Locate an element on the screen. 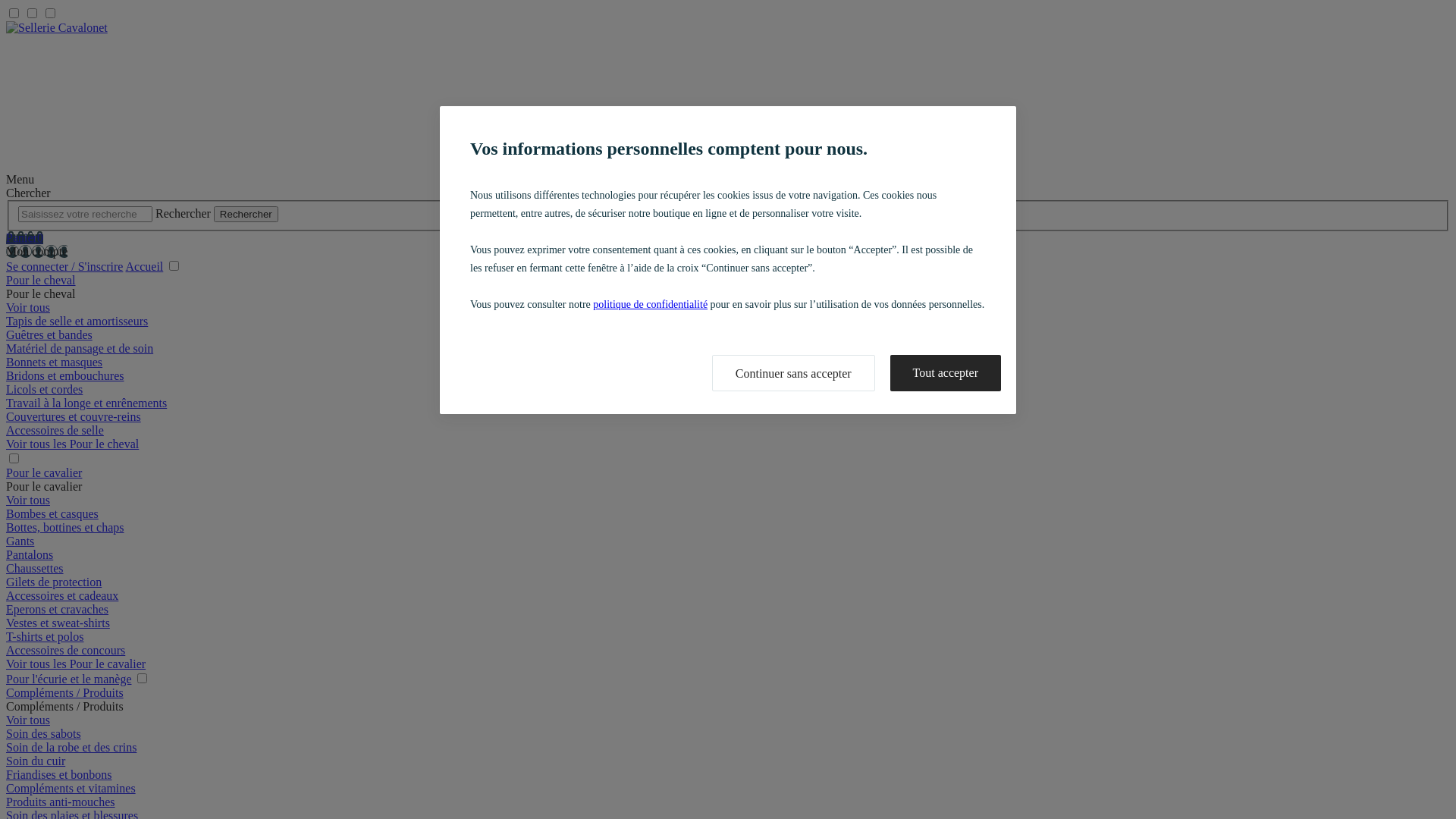 Image resolution: width=1456 pixels, height=819 pixels. 'Accessoires de concours' is located at coordinates (64, 649).